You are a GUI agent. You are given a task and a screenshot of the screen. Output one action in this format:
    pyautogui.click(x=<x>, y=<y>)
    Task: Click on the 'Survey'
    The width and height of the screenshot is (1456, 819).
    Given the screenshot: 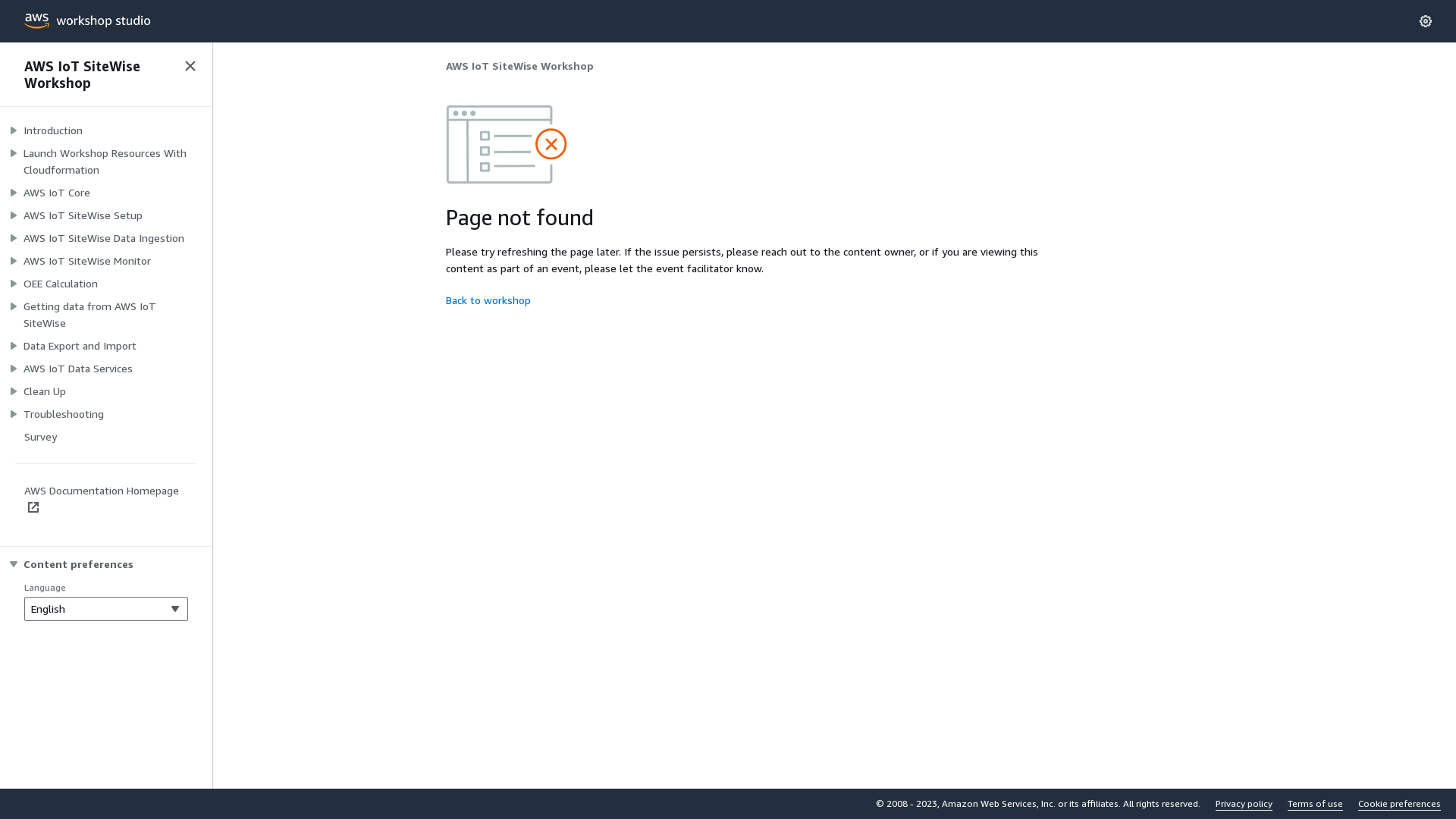 What is the action you would take?
    pyautogui.click(x=40, y=436)
    